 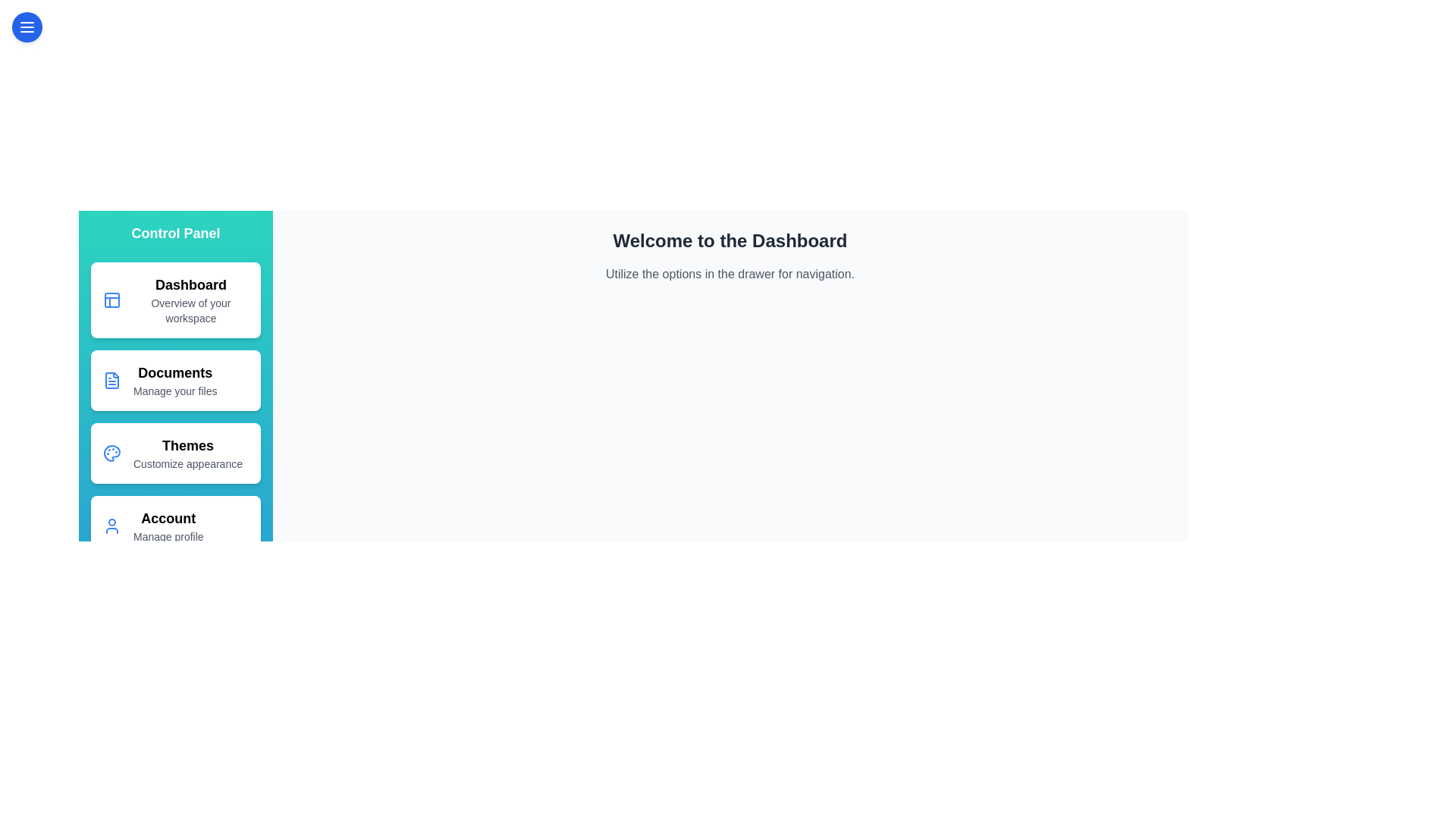 I want to click on the drawer option corresponding to Account to navigate to that section, so click(x=175, y=526).